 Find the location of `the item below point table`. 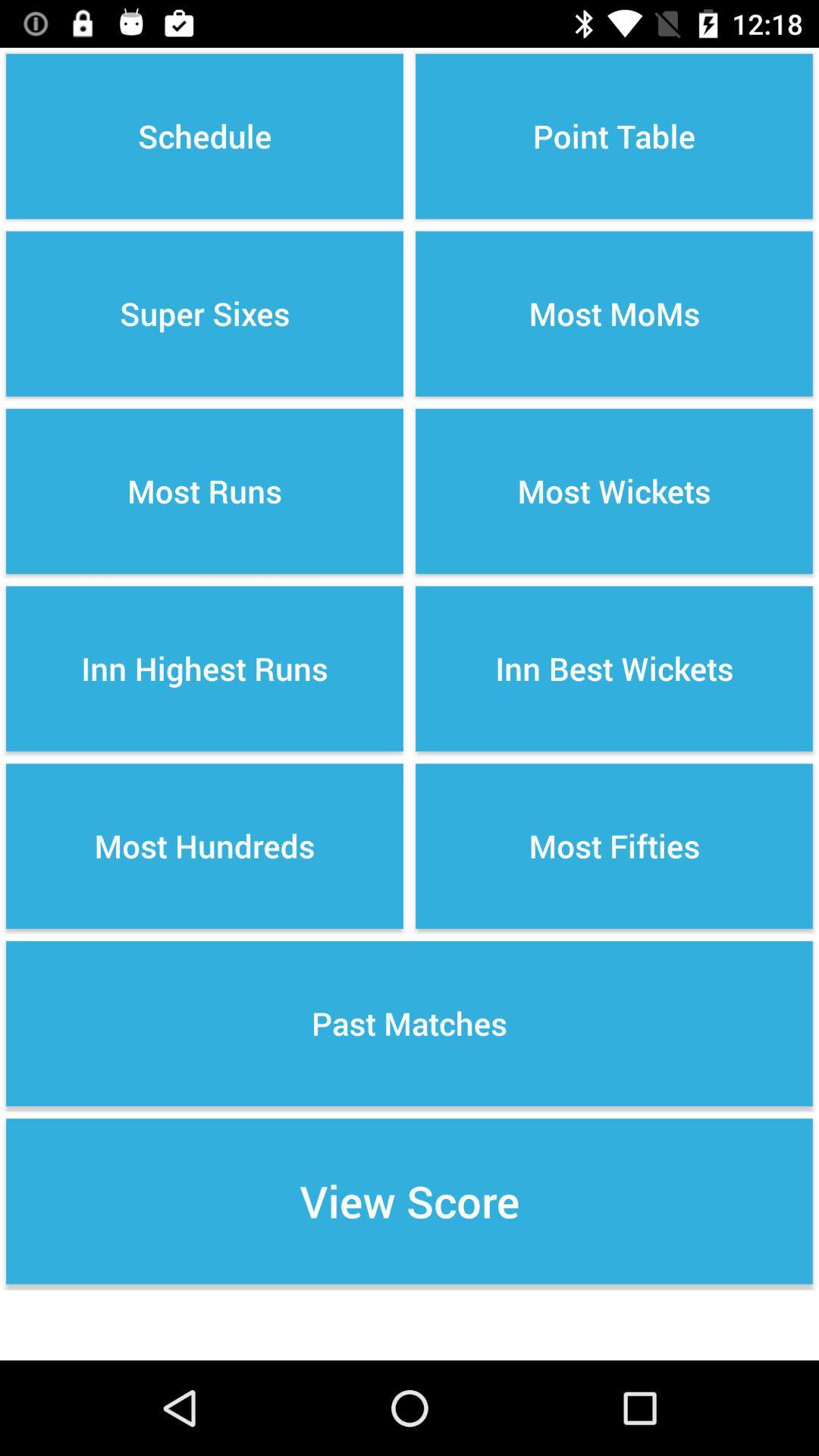

the item below point table is located at coordinates (614, 312).